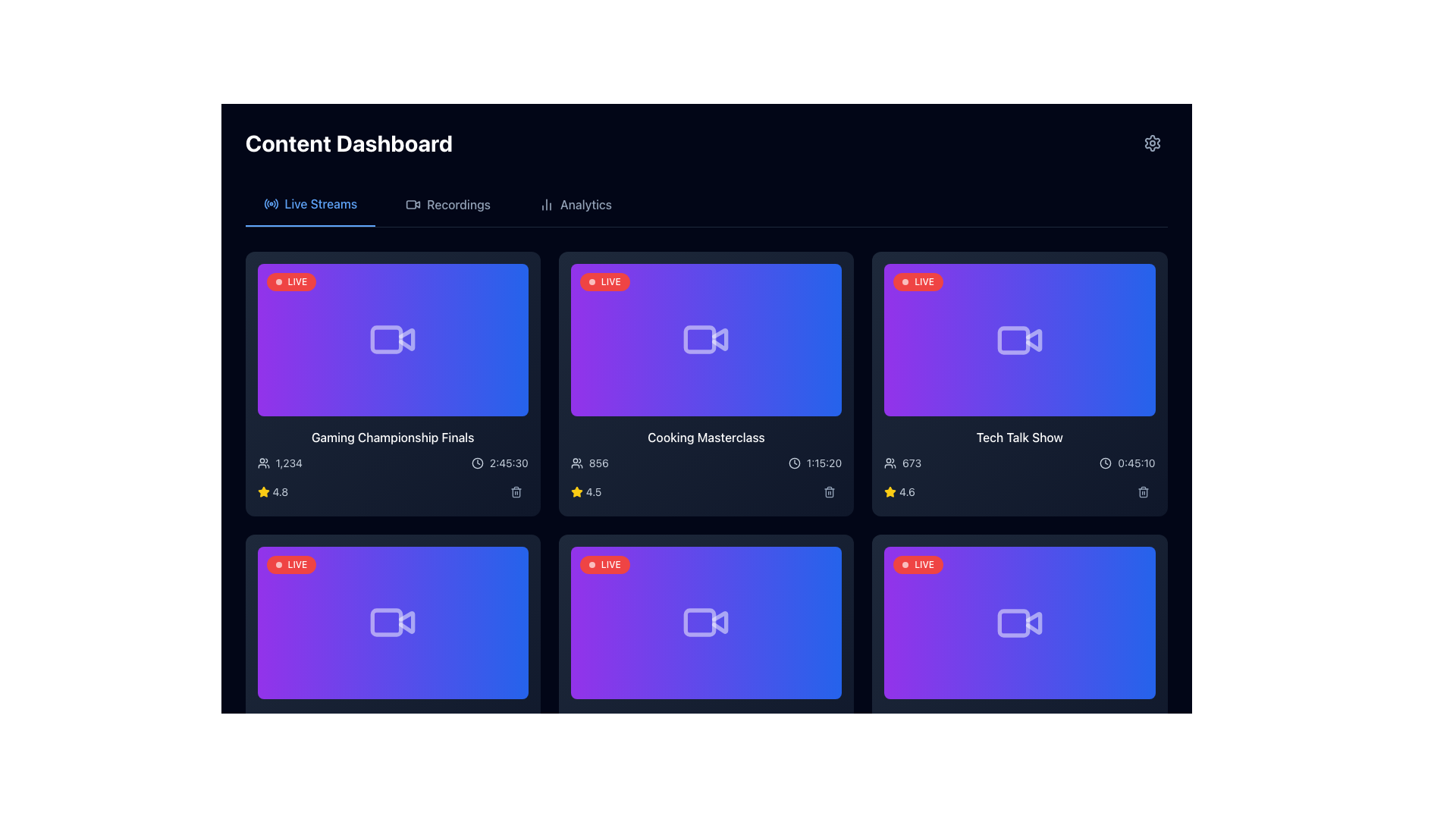  What do you see at coordinates (1106, 462) in the screenshot?
I see `the clock icon located in the third column and first row of the grid layout, which visually represents a time duration next to the text '0:45:10'` at bounding box center [1106, 462].